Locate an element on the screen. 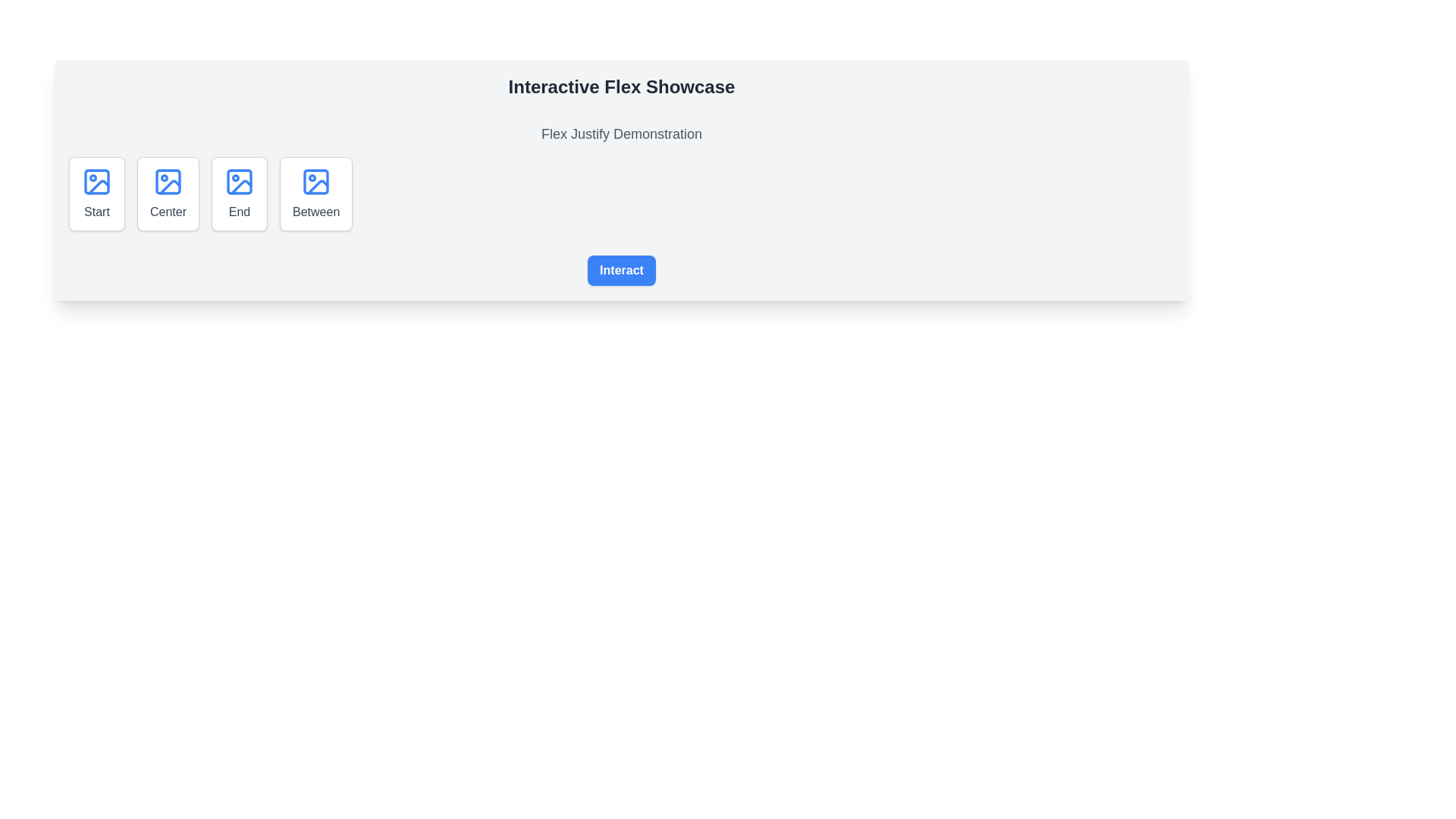  the icon in the top left section of the button component labeled 'Start', which represents the action to initiate a process is located at coordinates (96, 180).